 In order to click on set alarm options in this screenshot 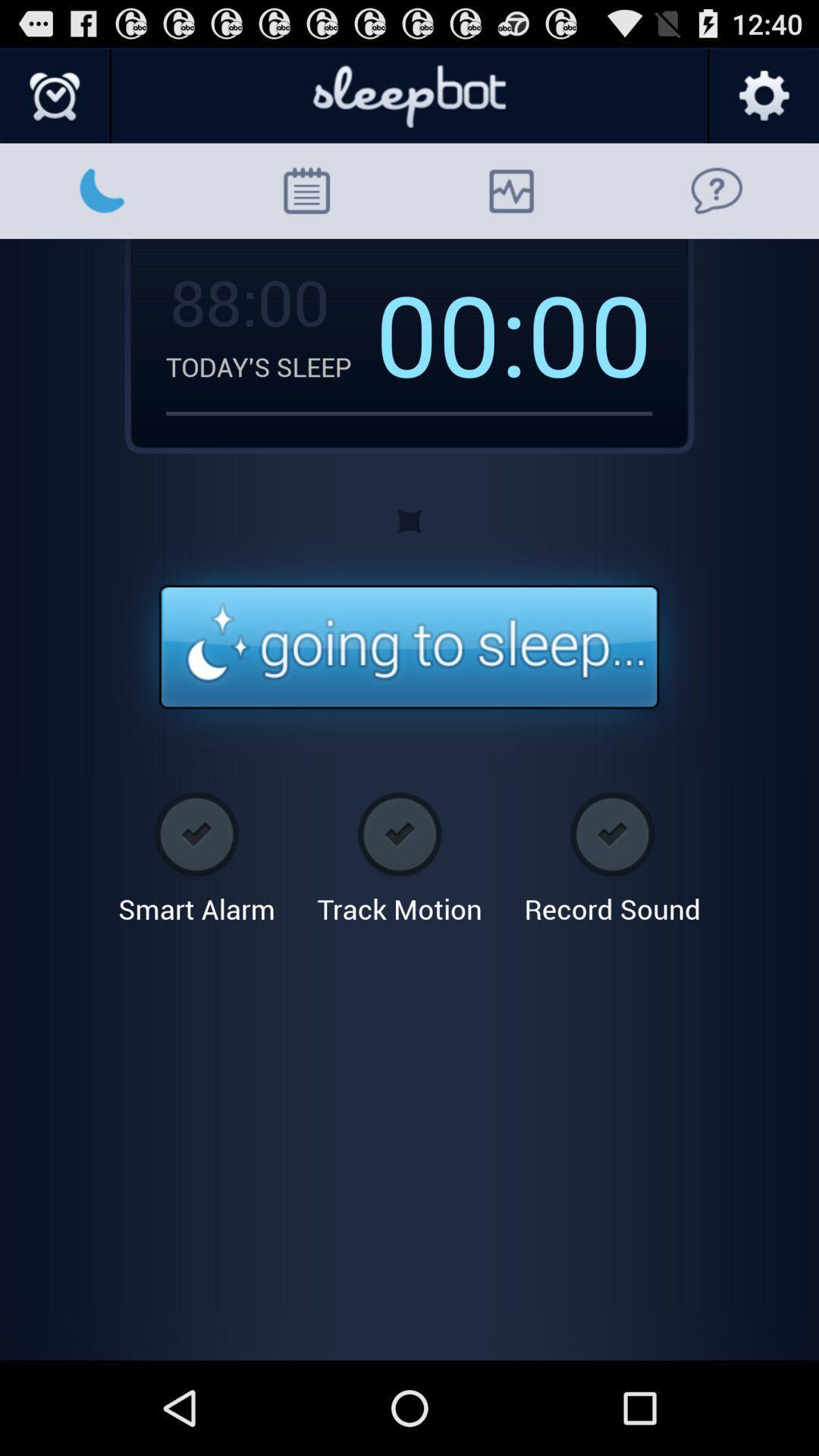, I will do `click(55, 96)`.